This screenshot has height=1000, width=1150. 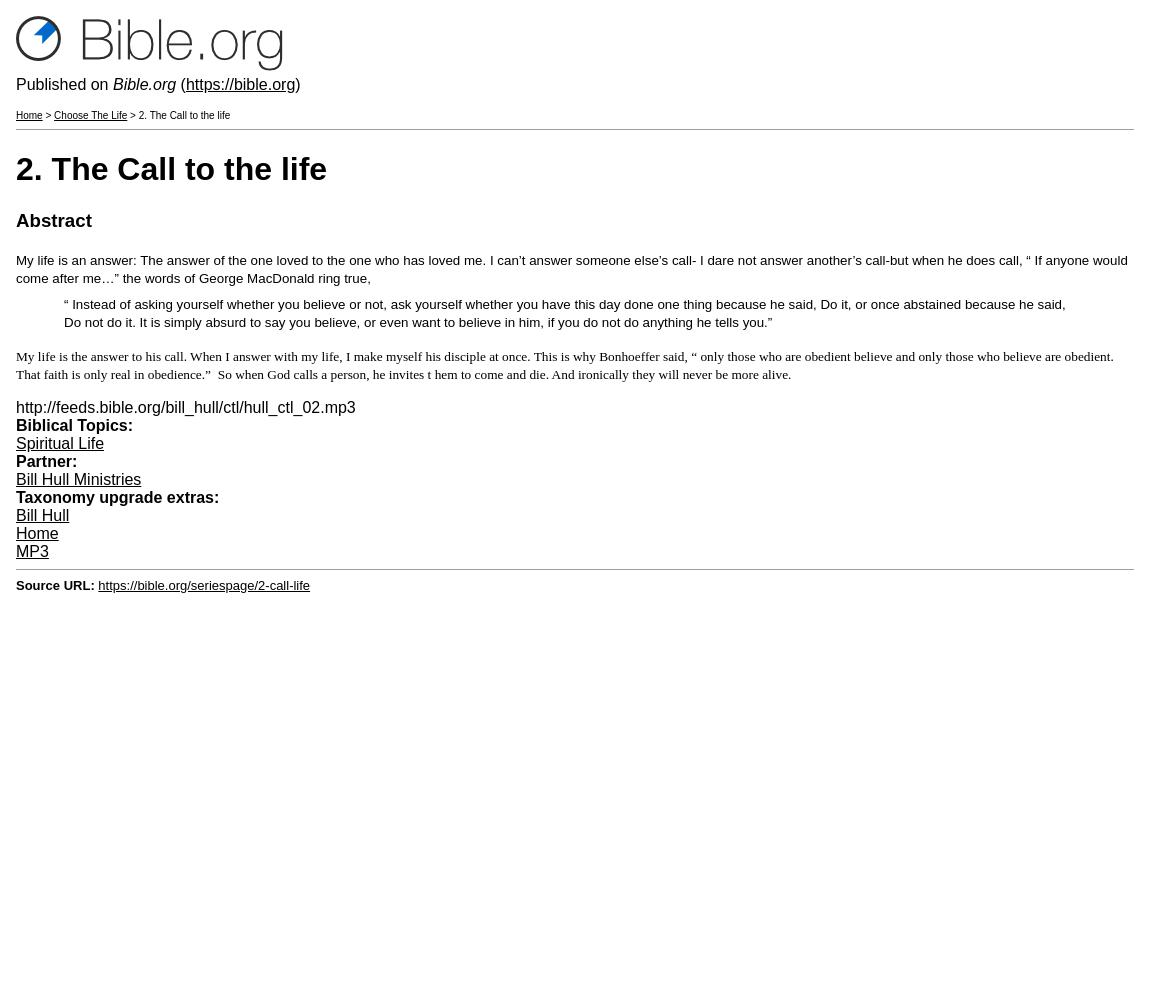 I want to click on 'Choose The Life', so click(x=89, y=114).